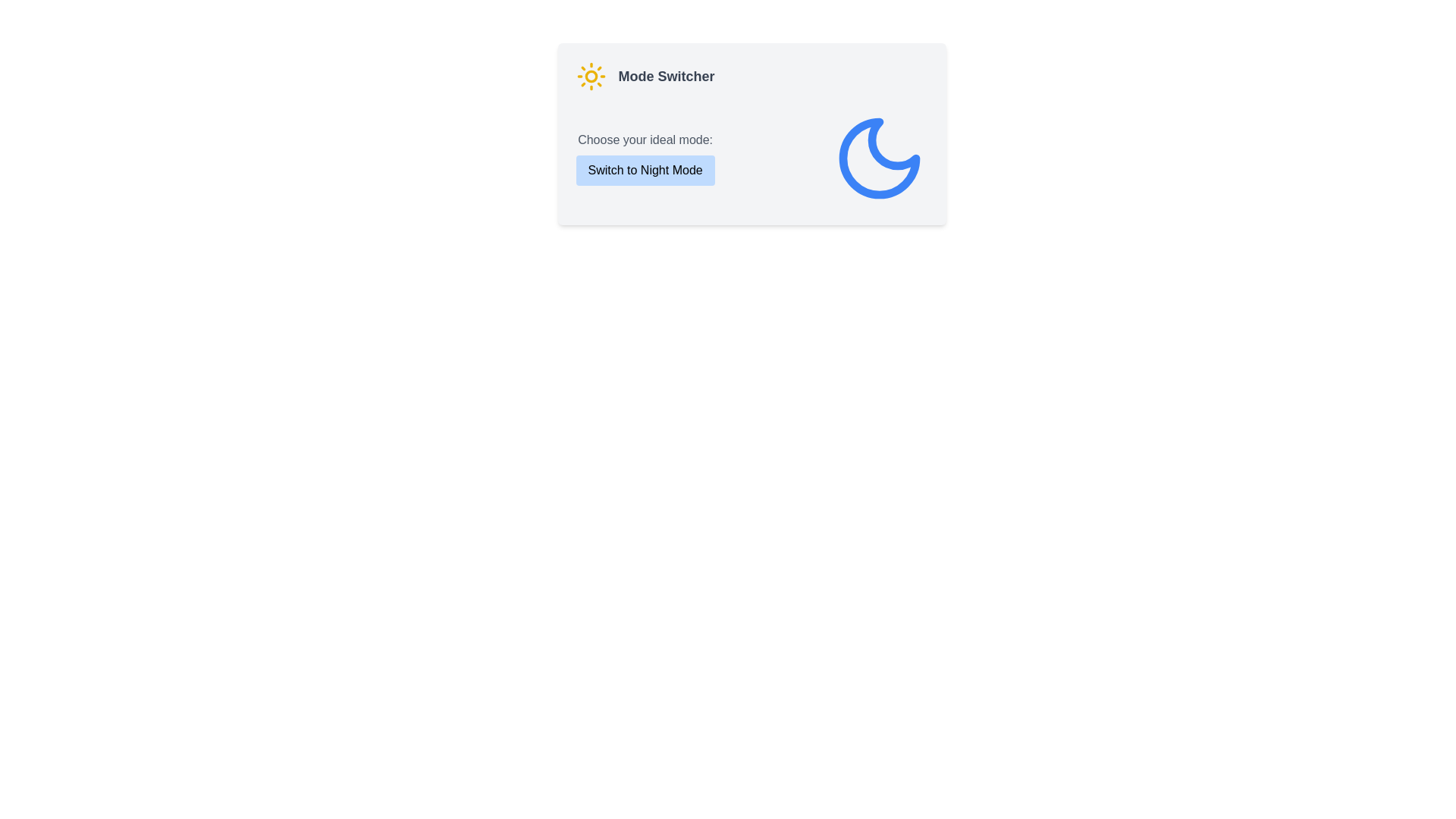 This screenshot has height=819, width=1456. I want to click on the SVG circle element that represents the core of the sun graphic, located at the center of the sun icon in the top-left corner of the 'Mode Switcher' card, so click(590, 76).